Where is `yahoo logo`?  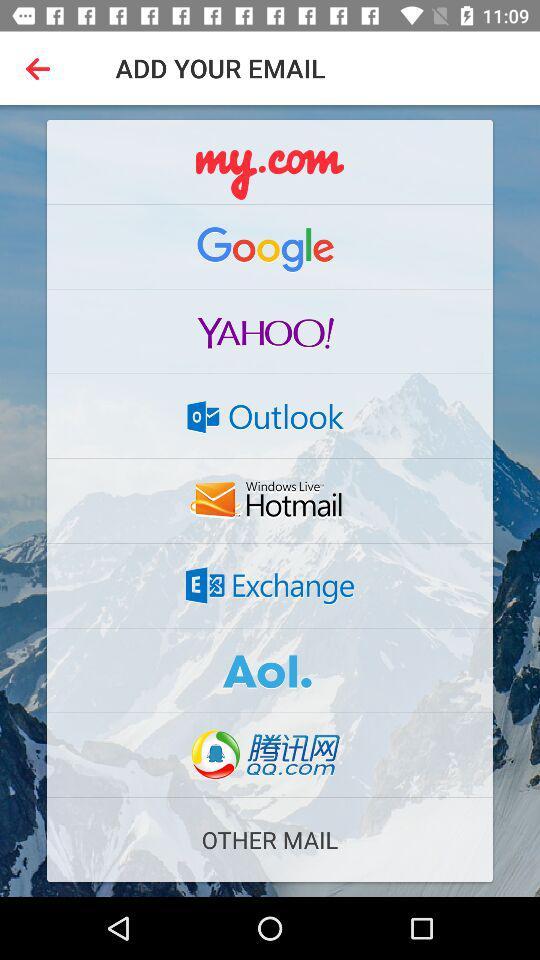
yahoo logo is located at coordinates (270, 331).